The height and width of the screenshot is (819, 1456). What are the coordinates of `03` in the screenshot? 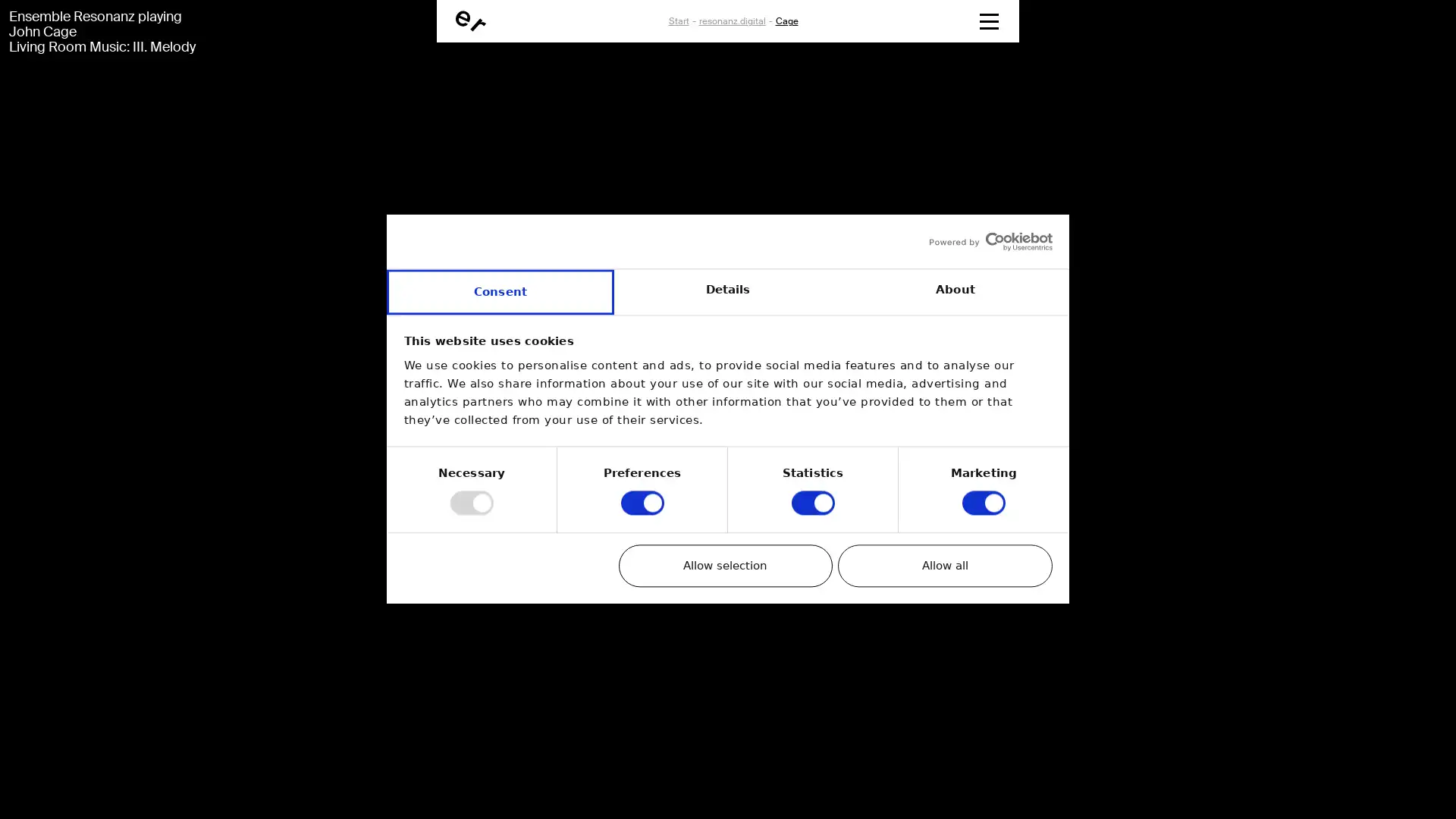 It's located at (304, 801).